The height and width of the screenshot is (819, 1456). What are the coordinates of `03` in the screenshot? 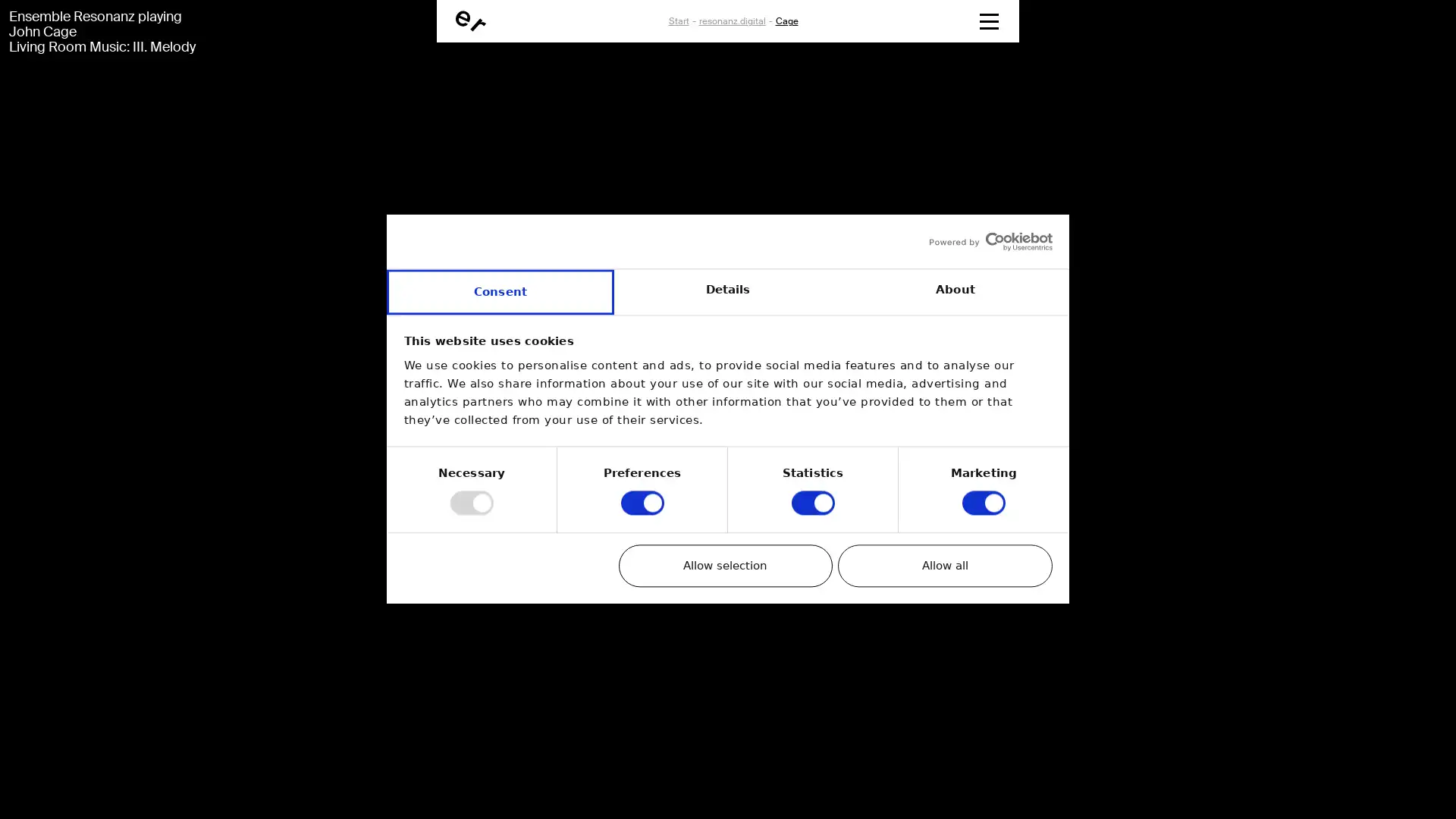 It's located at (304, 801).